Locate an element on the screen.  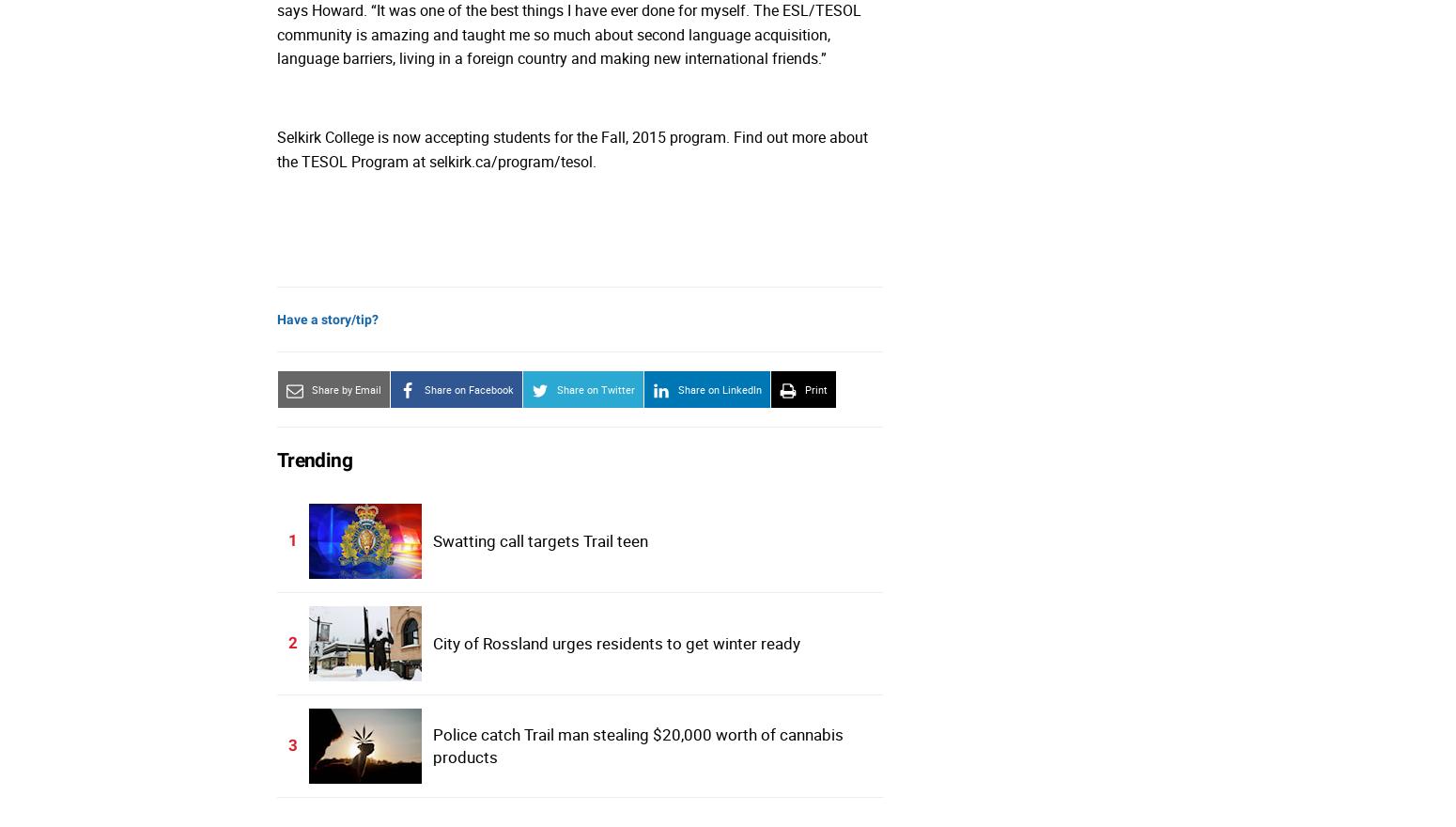
'Selkirk College is now accepting students for the Fall, 2015 program. Find out more about the TESOL Program at selkirk.ca/program/tesol.' is located at coordinates (572, 148).